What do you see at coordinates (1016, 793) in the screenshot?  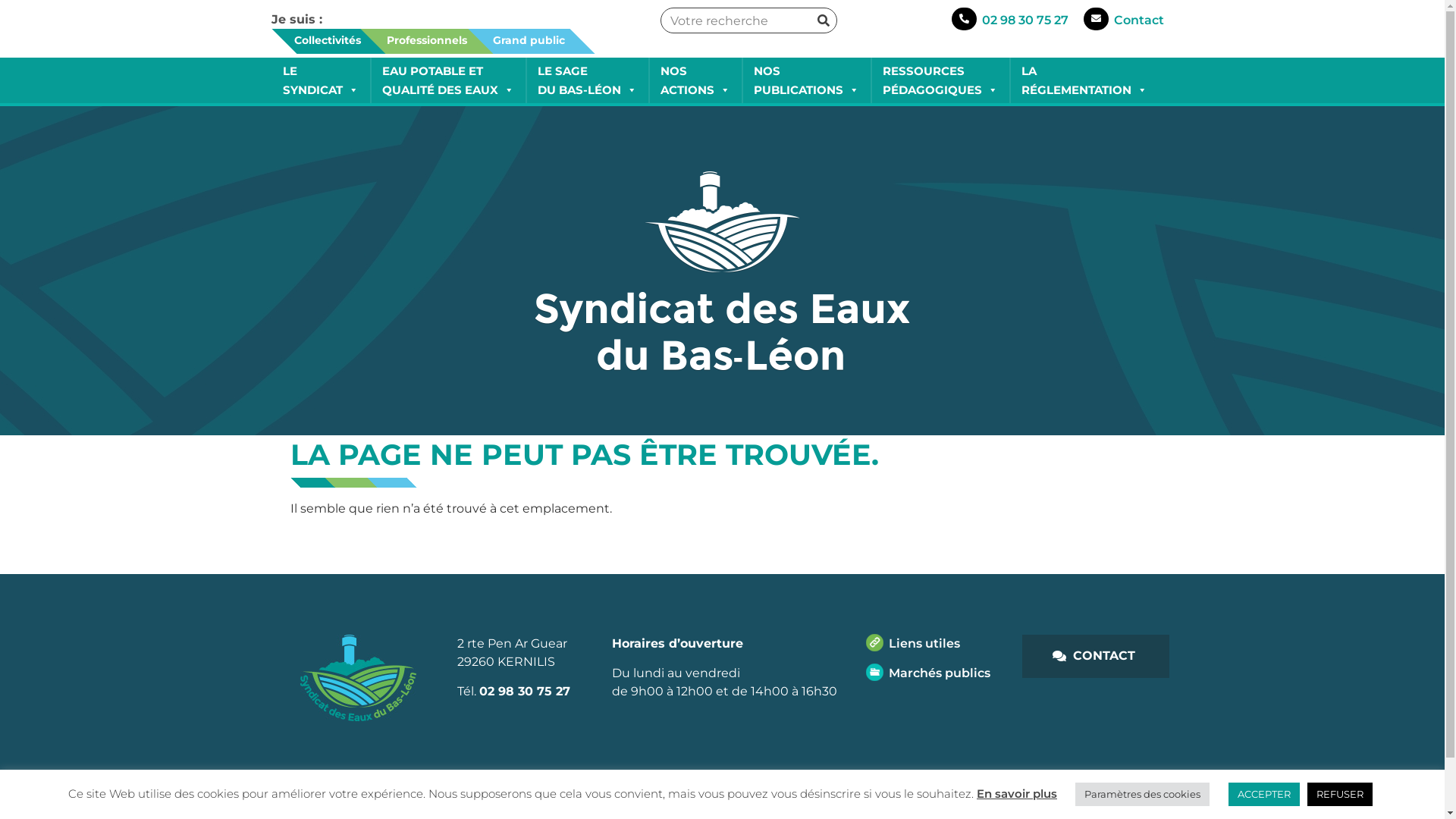 I see `'En savoir plus'` at bounding box center [1016, 793].